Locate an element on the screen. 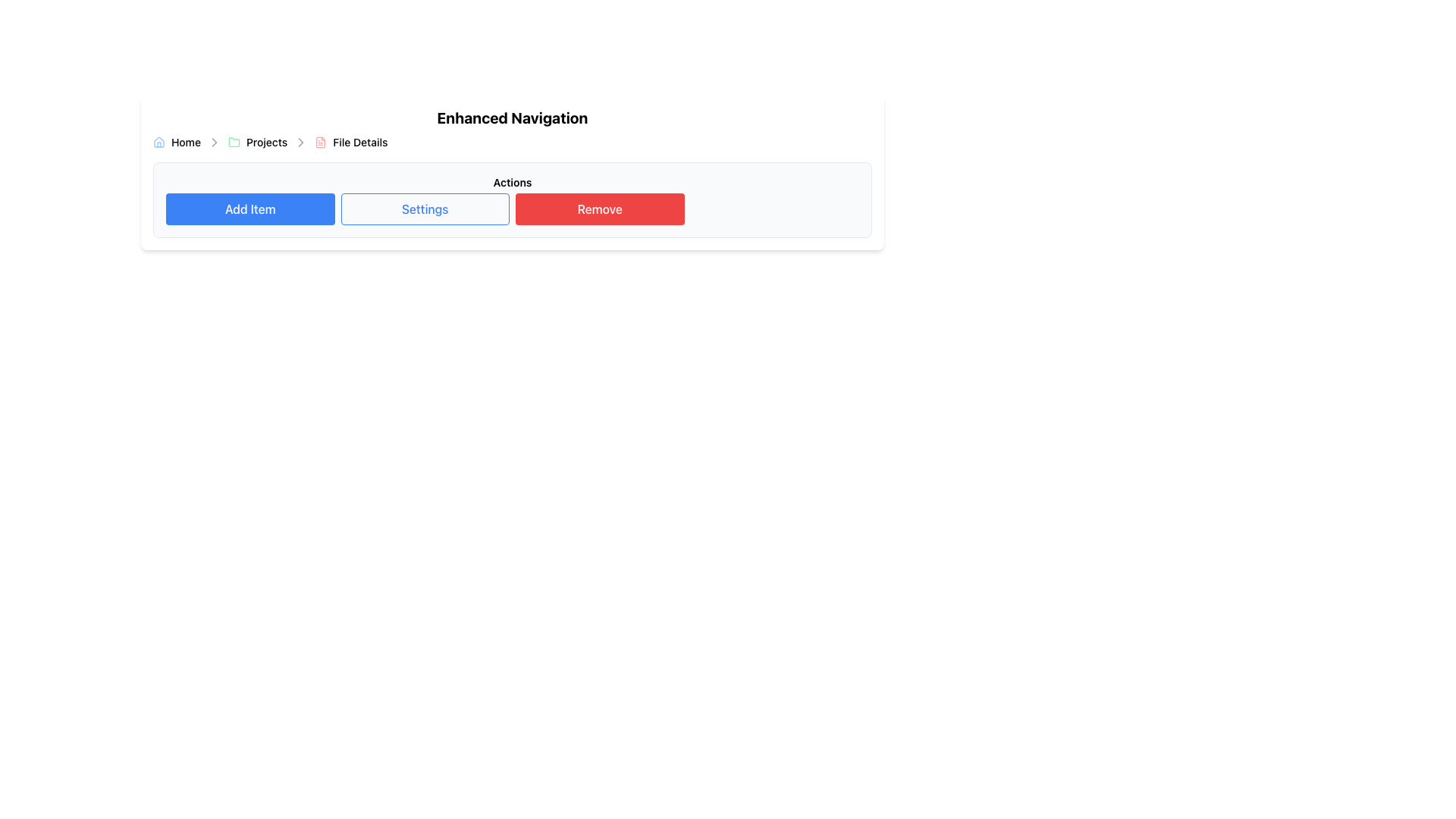  the 'Home' icon in the breadcrumb navigation is located at coordinates (159, 143).